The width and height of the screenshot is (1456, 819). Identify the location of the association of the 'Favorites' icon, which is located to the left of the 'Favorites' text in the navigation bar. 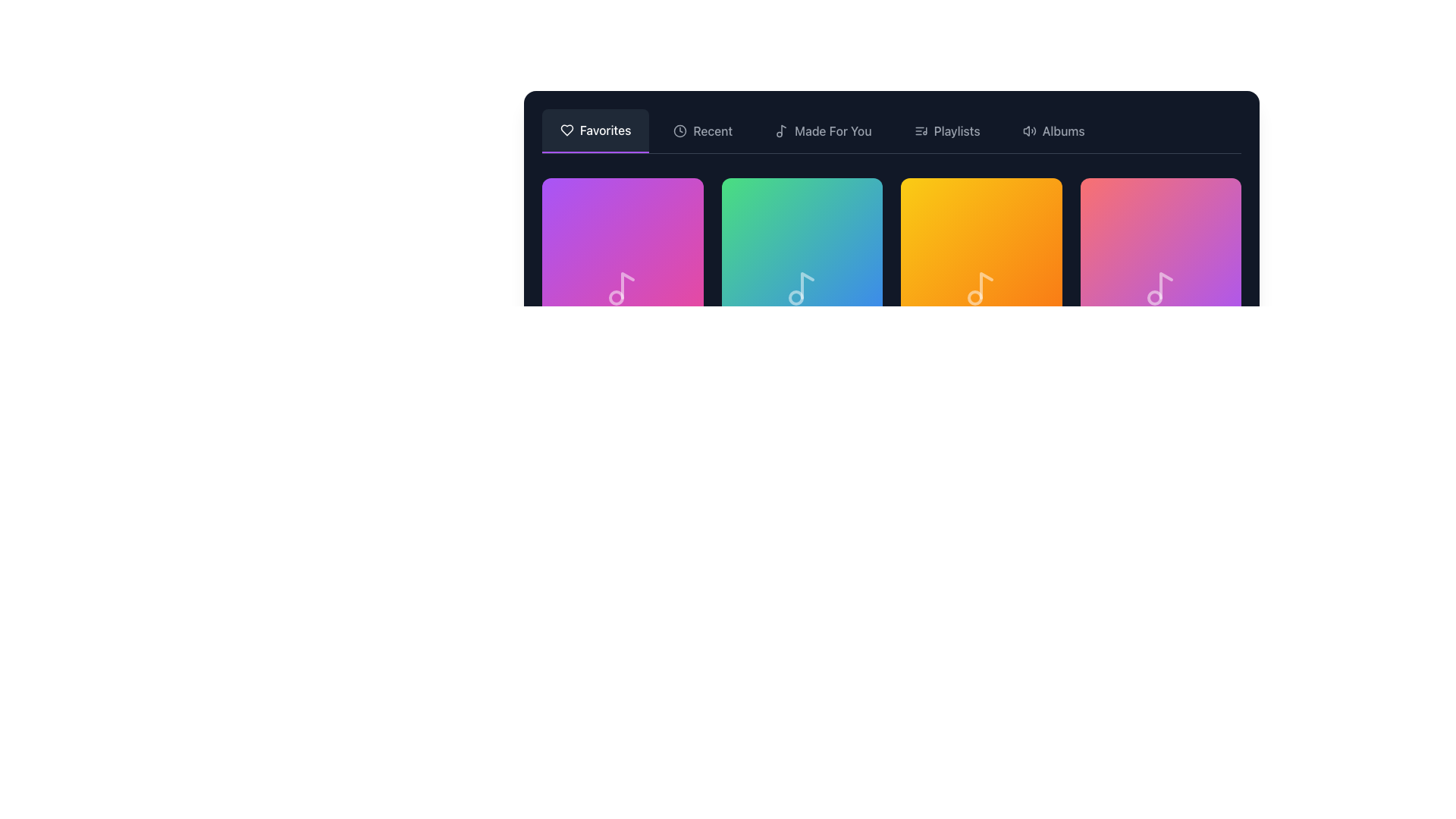
(566, 130).